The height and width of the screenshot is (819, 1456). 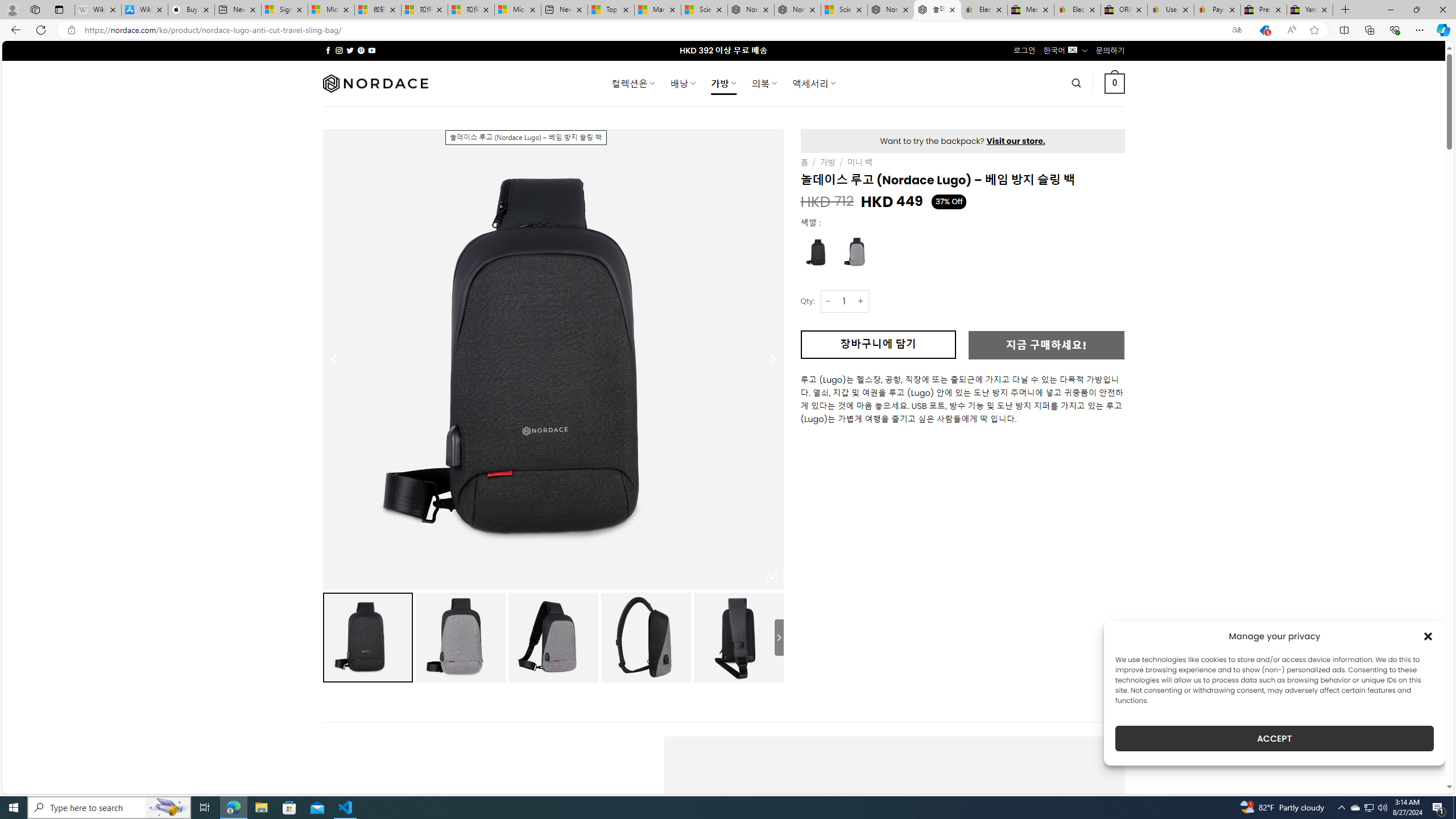 What do you see at coordinates (861, 300) in the screenshot?
I see `'+'` at bounding box center [861, 300].